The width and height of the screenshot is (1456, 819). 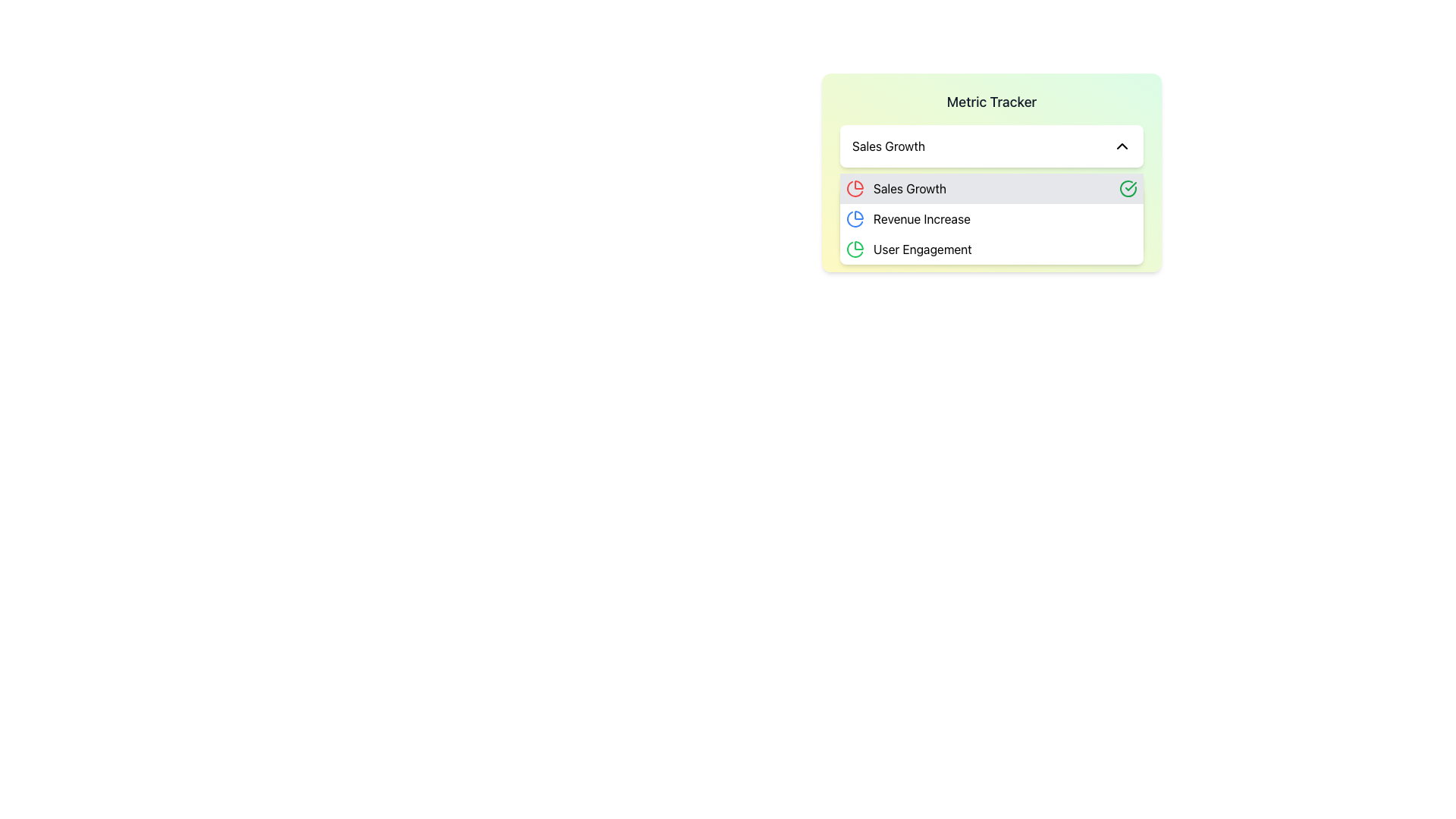 What do you see at coordinates (855, 219) in the screenshot?
I see `the 'Revenue Increase' icon, which is located at the start of the second row in the 'Metric Tracker' list` at bounding box center [855, 219].